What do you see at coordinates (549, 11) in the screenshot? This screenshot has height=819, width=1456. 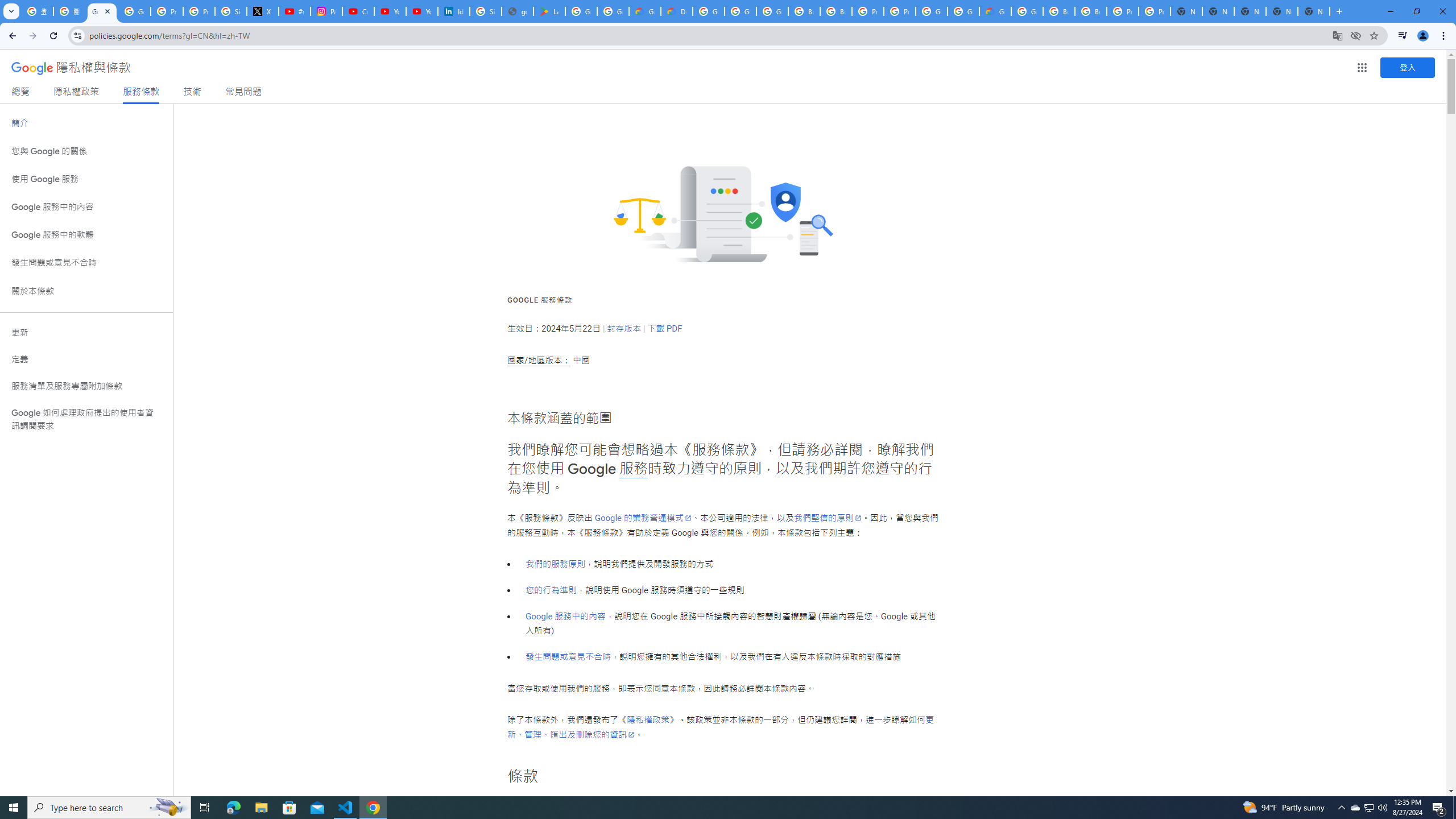 I see `'Last Shelter: Survival - Apps on Google Play'` at bounding box center [549, 11].